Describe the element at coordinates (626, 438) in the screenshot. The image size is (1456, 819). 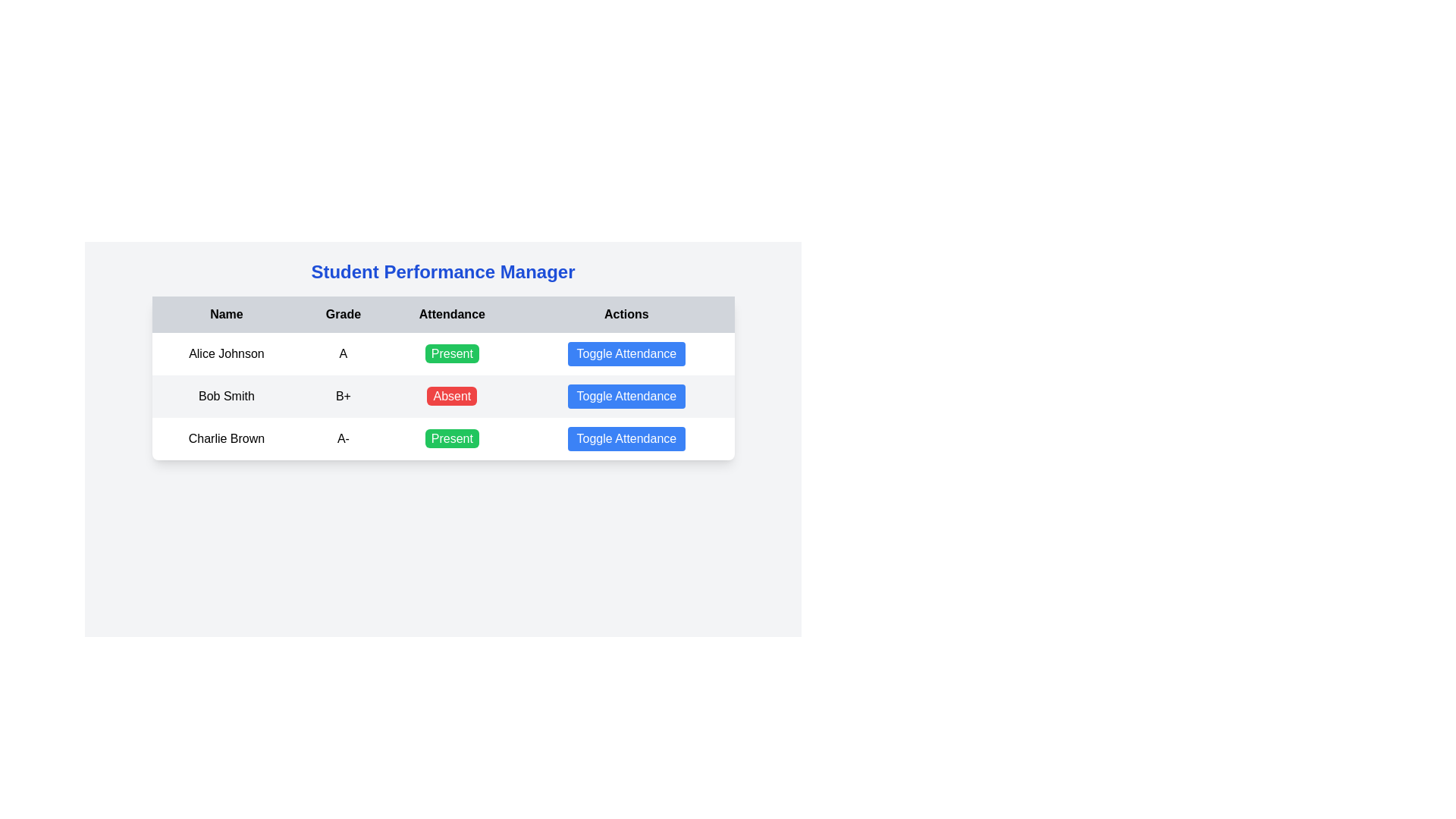
I see `the 'Present/Absent' toggle button for Charlie Brown in the 'Actions' column of the 'Student Performance Manager' section` at that location.